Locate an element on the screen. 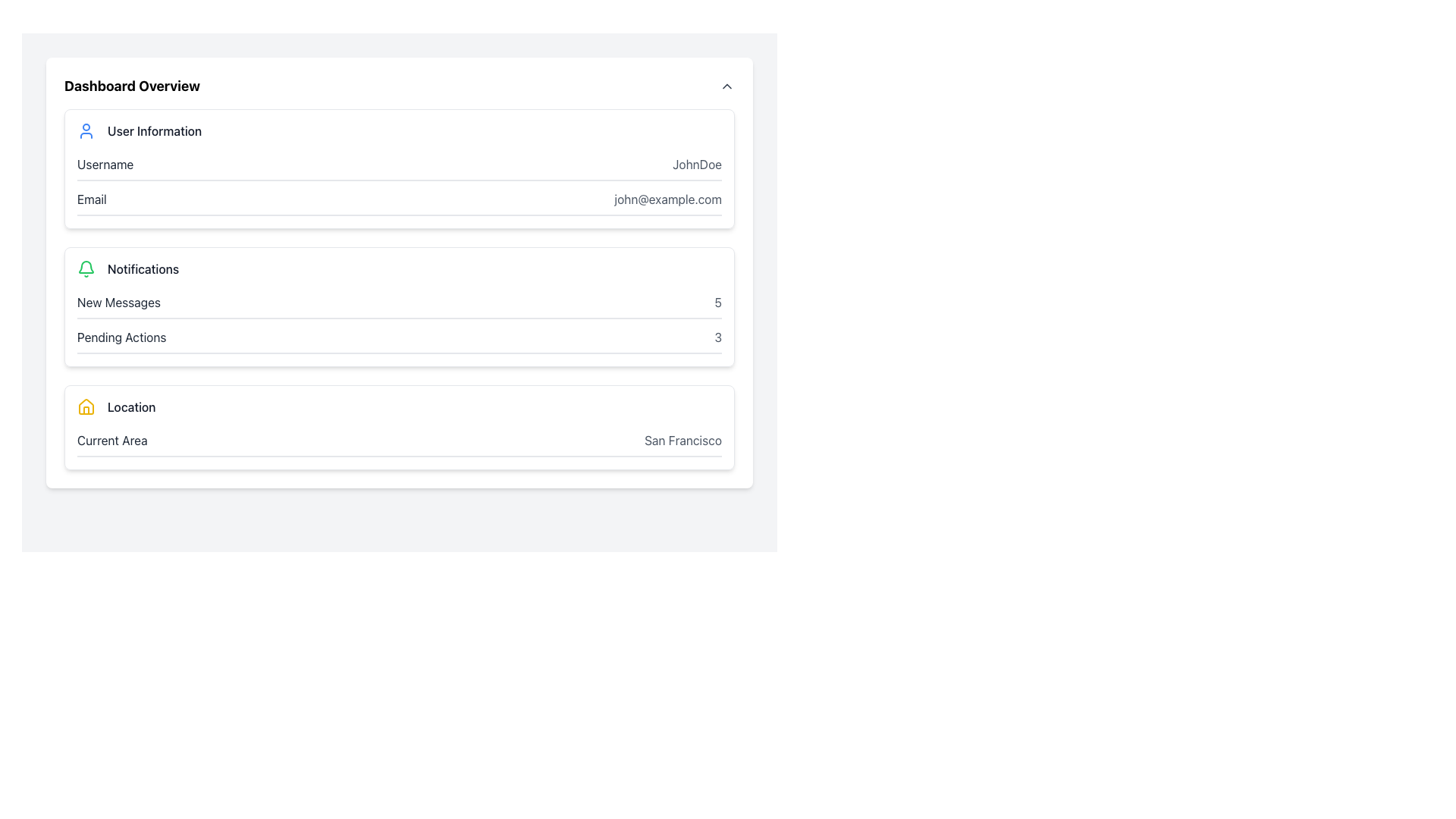 This screenshot has height=819, width=1456. the label element that describes the user's entered username, located in the 'User Information' section of the dashboard interface is located at coordinates (105, 164).